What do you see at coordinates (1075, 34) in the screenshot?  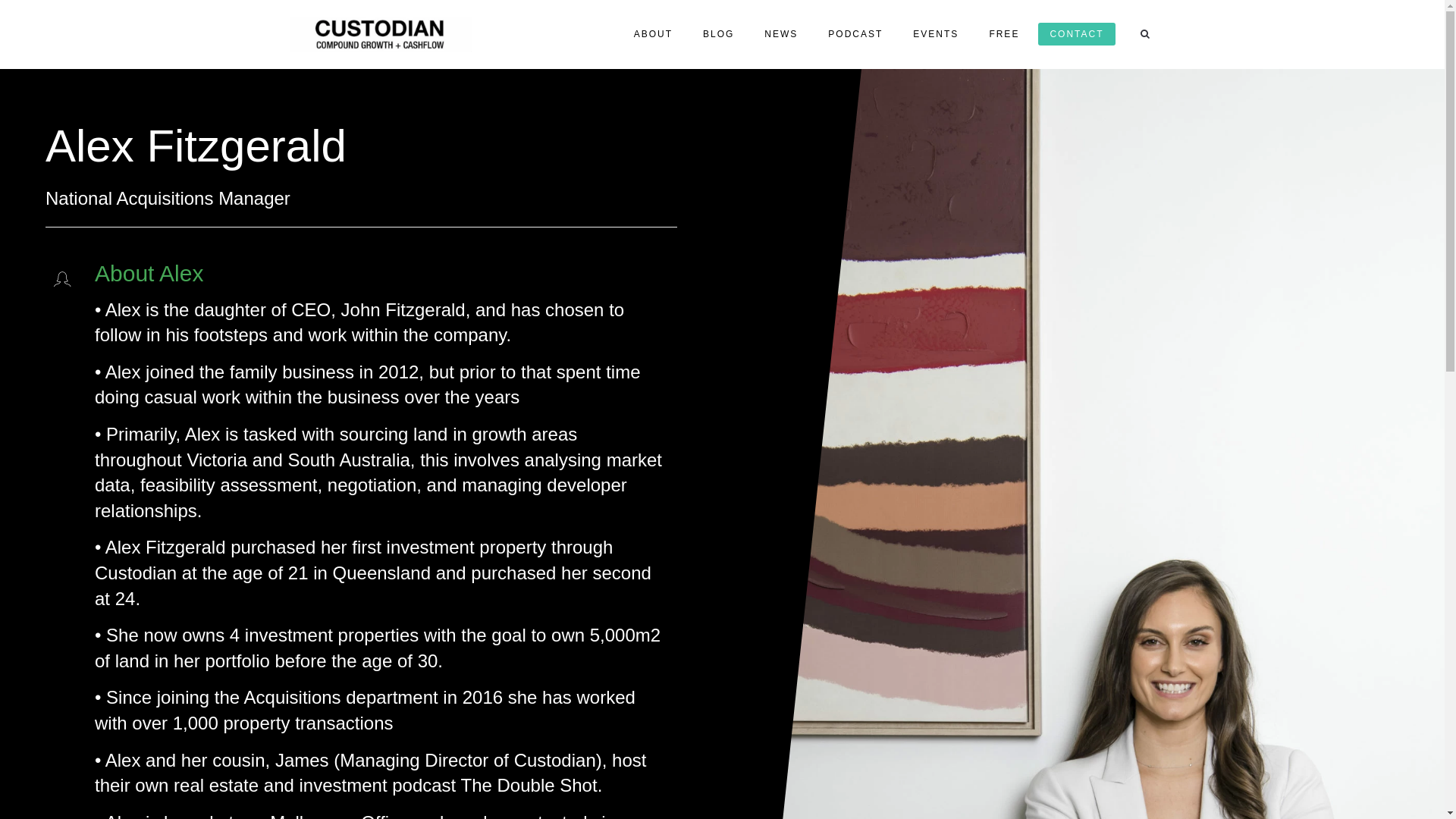 I see `'CONTACT'` at bounding box center [1075, 34].